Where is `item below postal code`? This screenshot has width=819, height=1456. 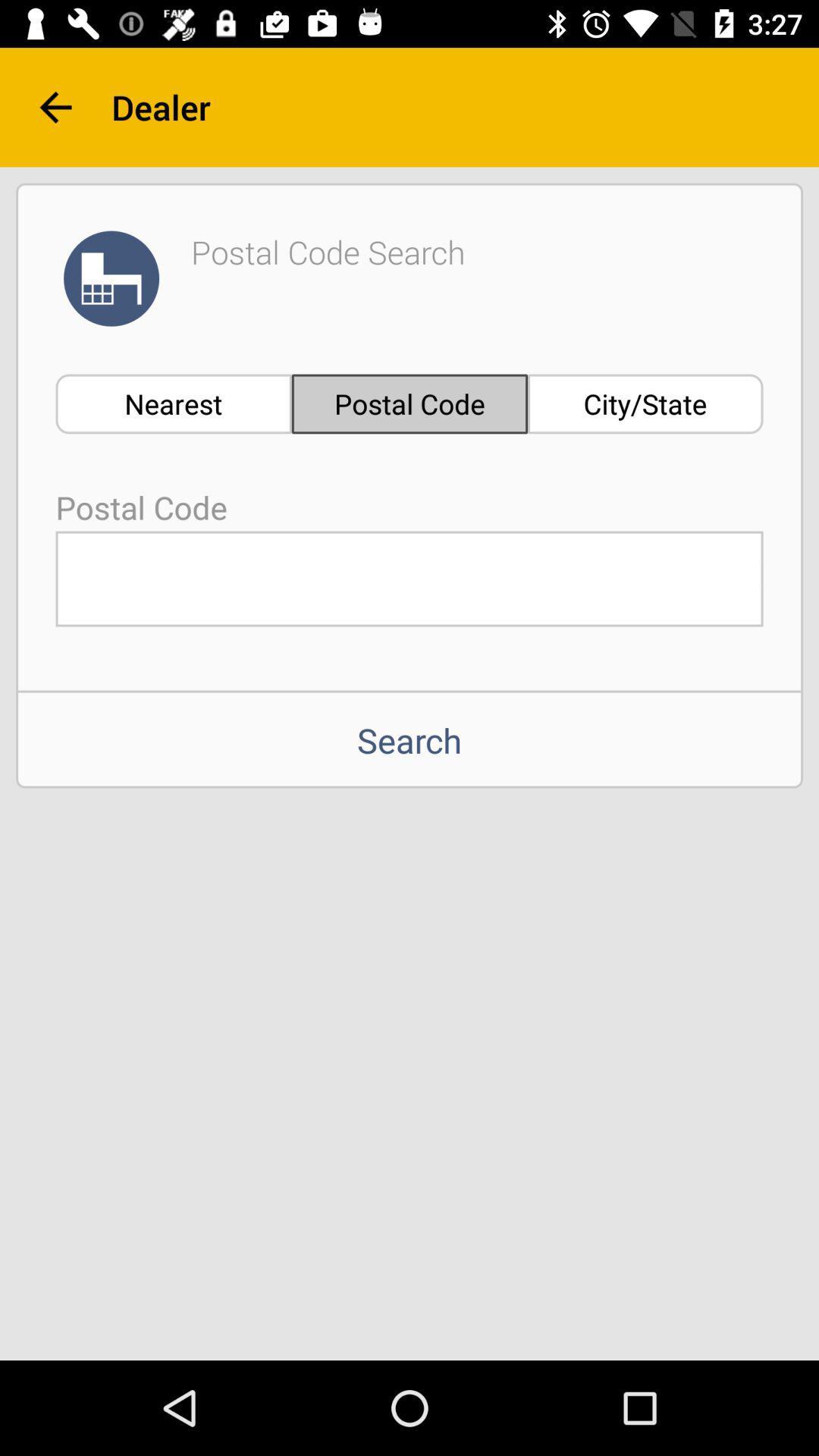 item below postal code is located at coordinates (409, 578).